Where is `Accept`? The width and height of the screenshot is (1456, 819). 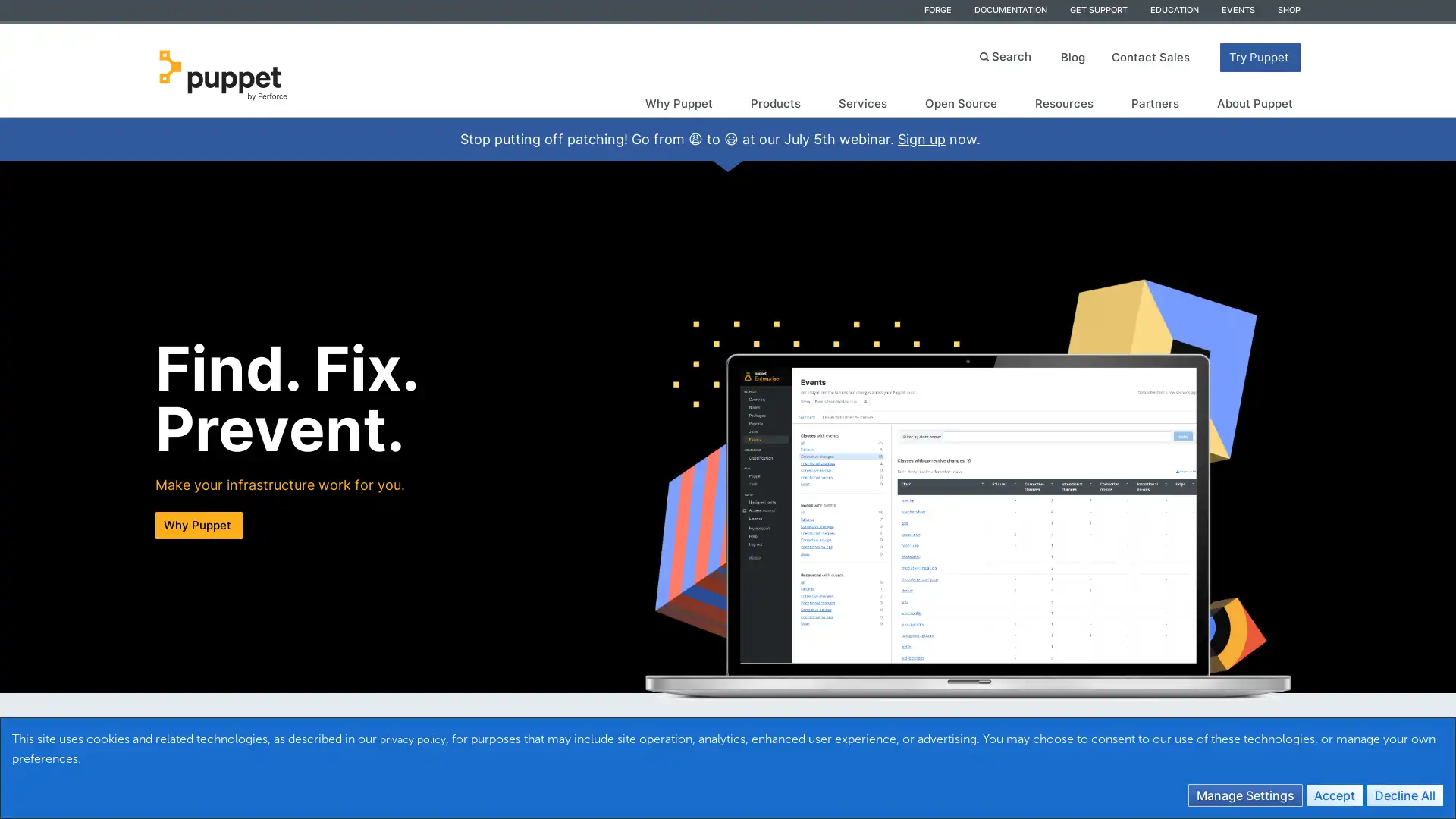 Accept is located at coordinates (1335, 794).